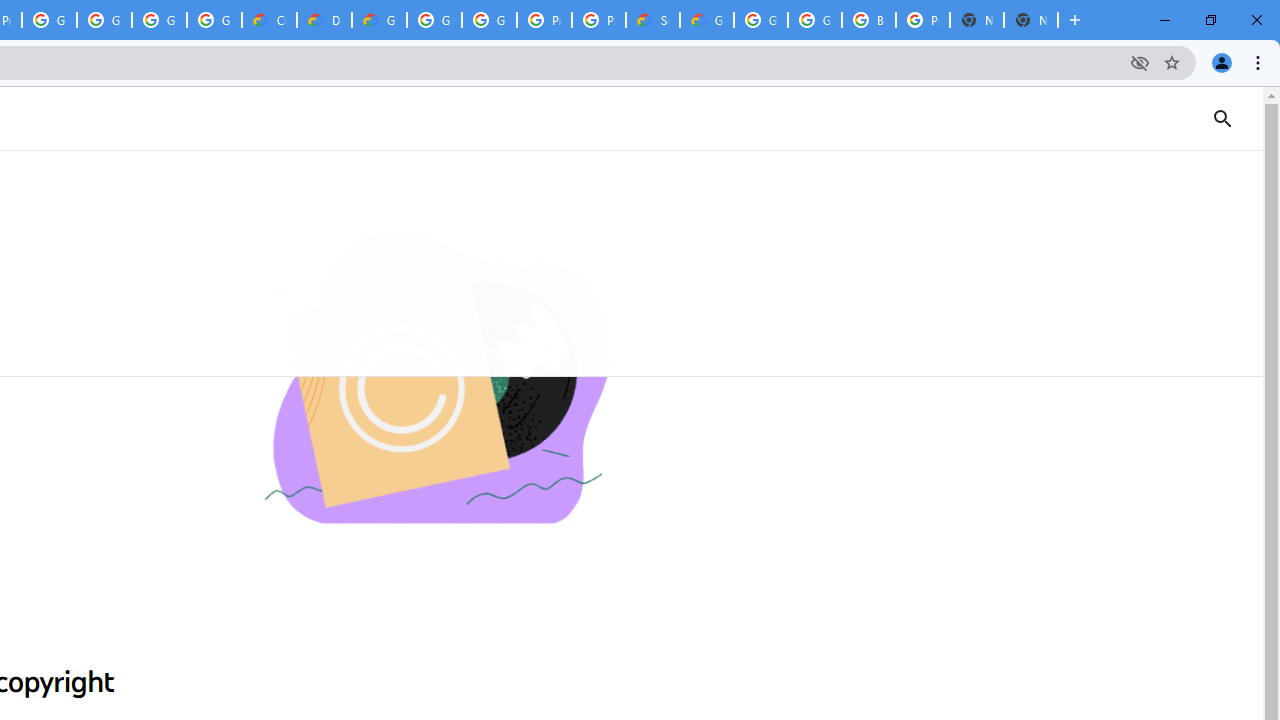 This screenshot has width=1280, height=720. What do you see at coordinates (379, 20) in the screenshot?
I see `'Gemini for Business and Developers | Google Cloud'` at bounding box center [379, 20].